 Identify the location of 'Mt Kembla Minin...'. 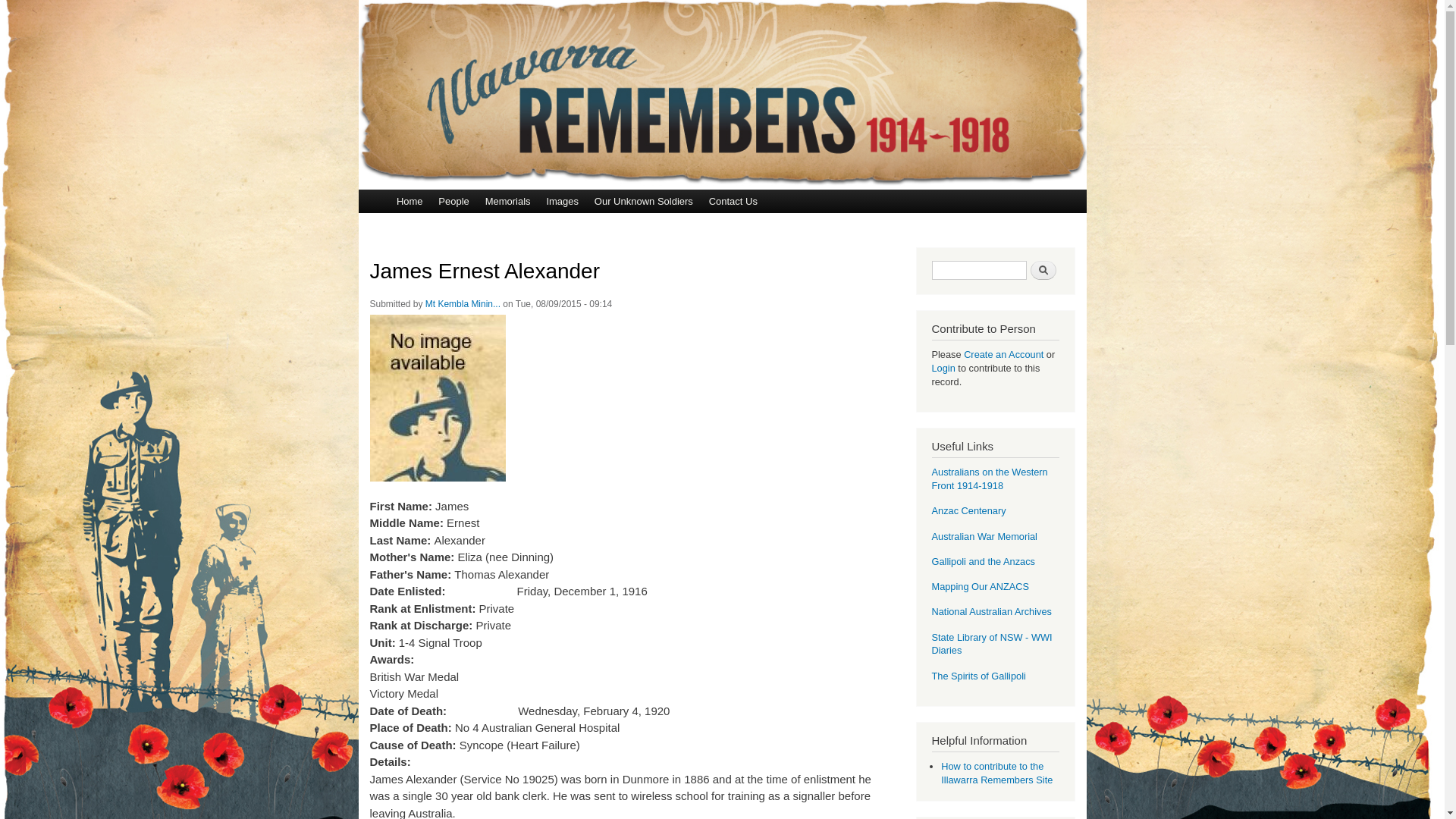
(462, 304).